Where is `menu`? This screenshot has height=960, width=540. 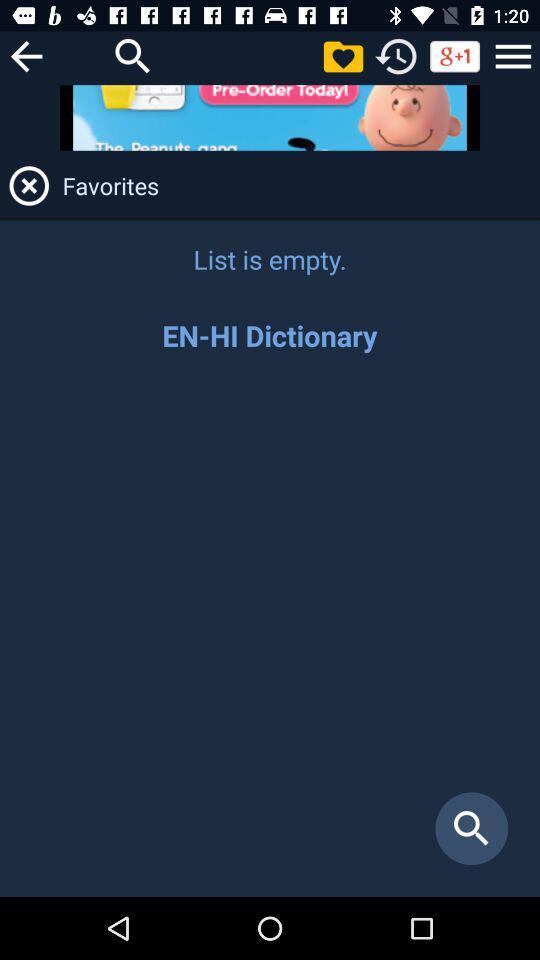 menu is located at coordinates (513, 55).